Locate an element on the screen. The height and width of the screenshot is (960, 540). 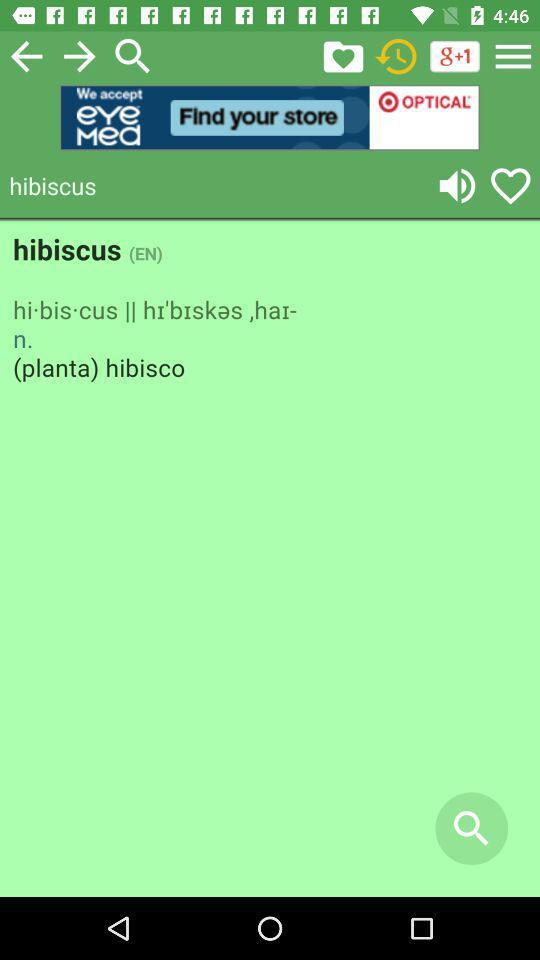
the folder icon is located at coordinates (342, 55).